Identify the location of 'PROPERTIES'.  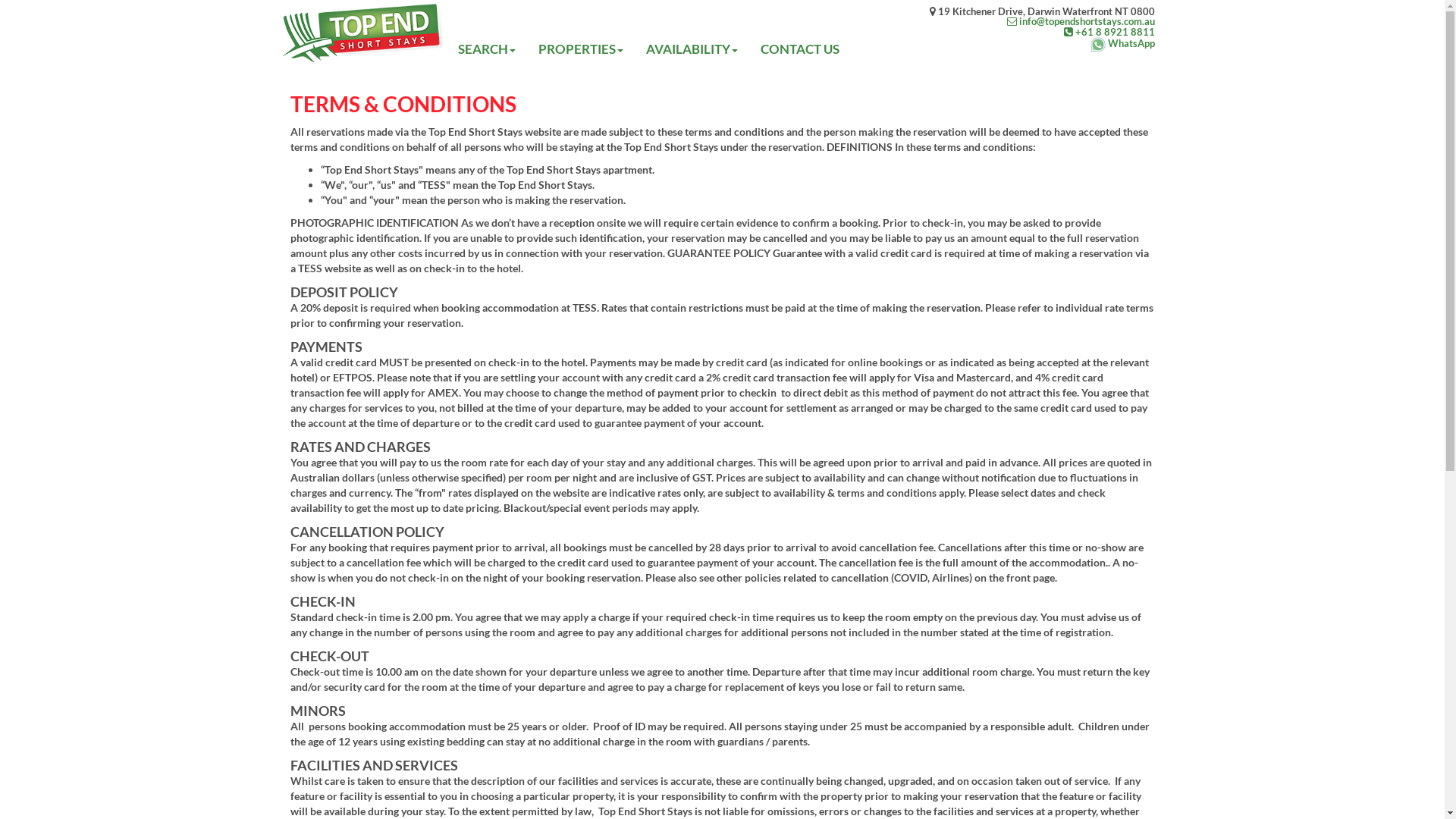
(580, 49).